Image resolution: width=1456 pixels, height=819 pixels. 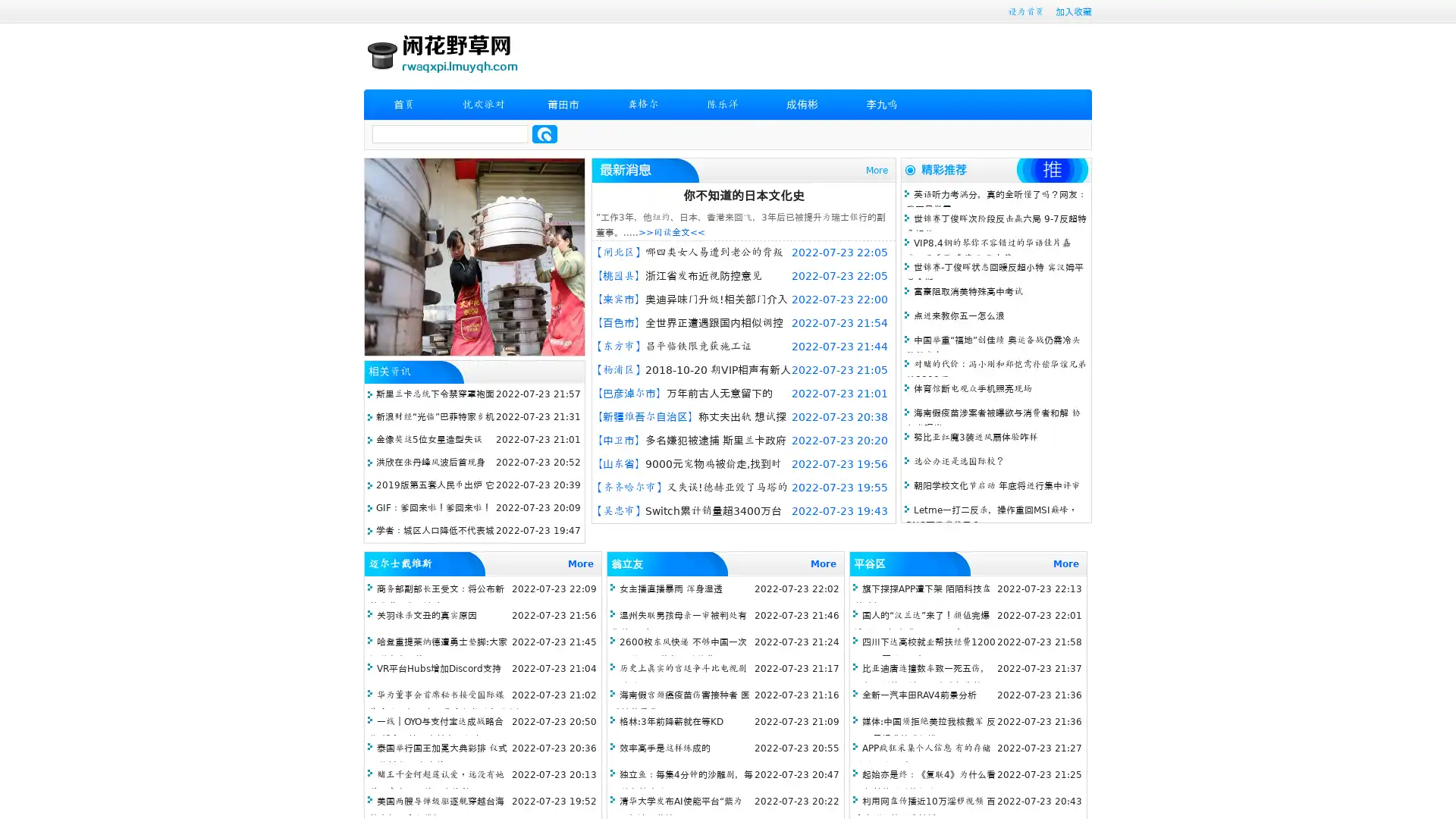 What do you see at coordinates (544, 133) in the screenshot?
I see `Search` at bounding box center [544, 133].